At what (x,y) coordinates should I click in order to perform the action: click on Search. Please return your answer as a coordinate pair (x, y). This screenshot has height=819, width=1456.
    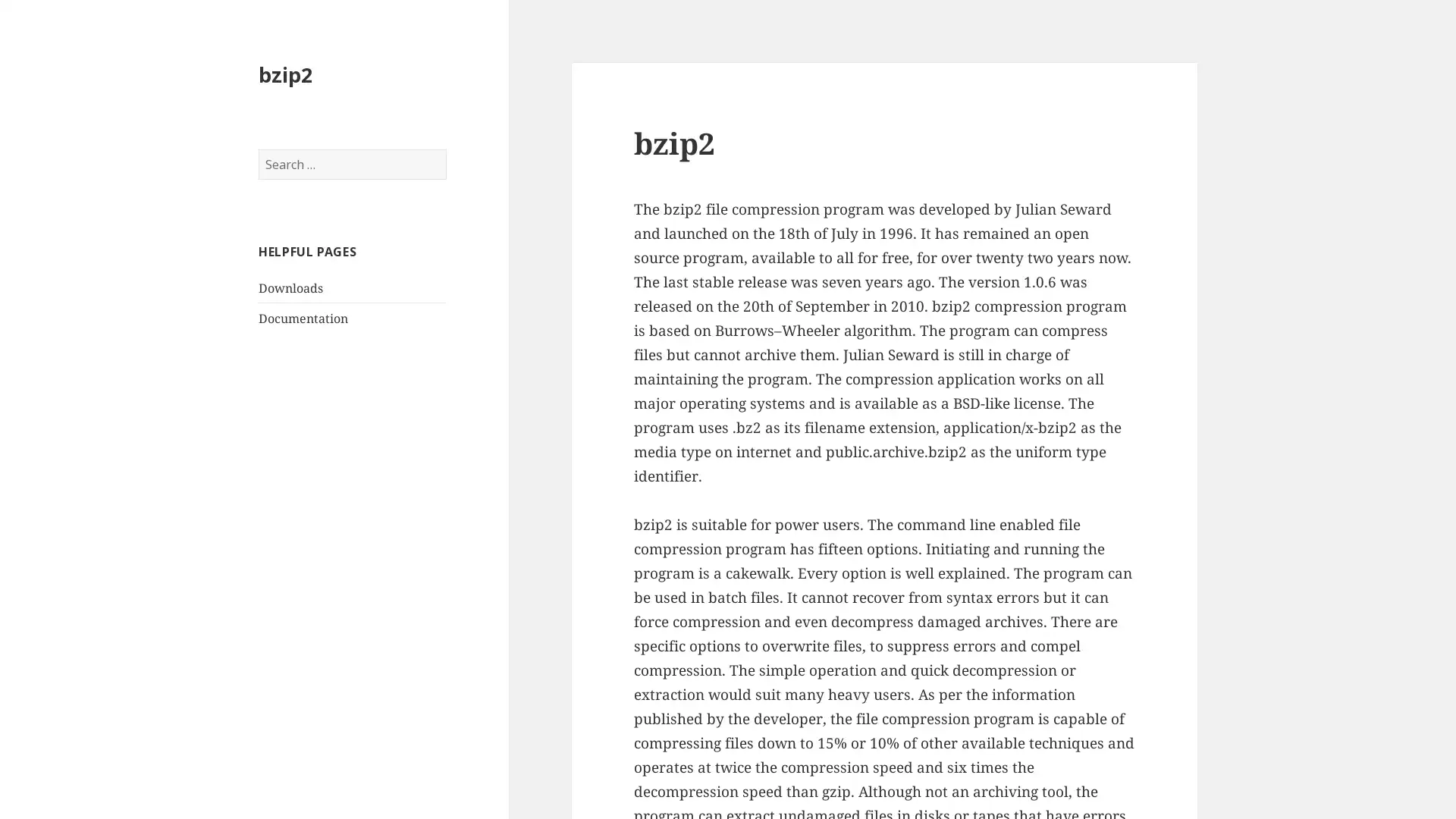
    Looking at the image, I should click on (445, 149).